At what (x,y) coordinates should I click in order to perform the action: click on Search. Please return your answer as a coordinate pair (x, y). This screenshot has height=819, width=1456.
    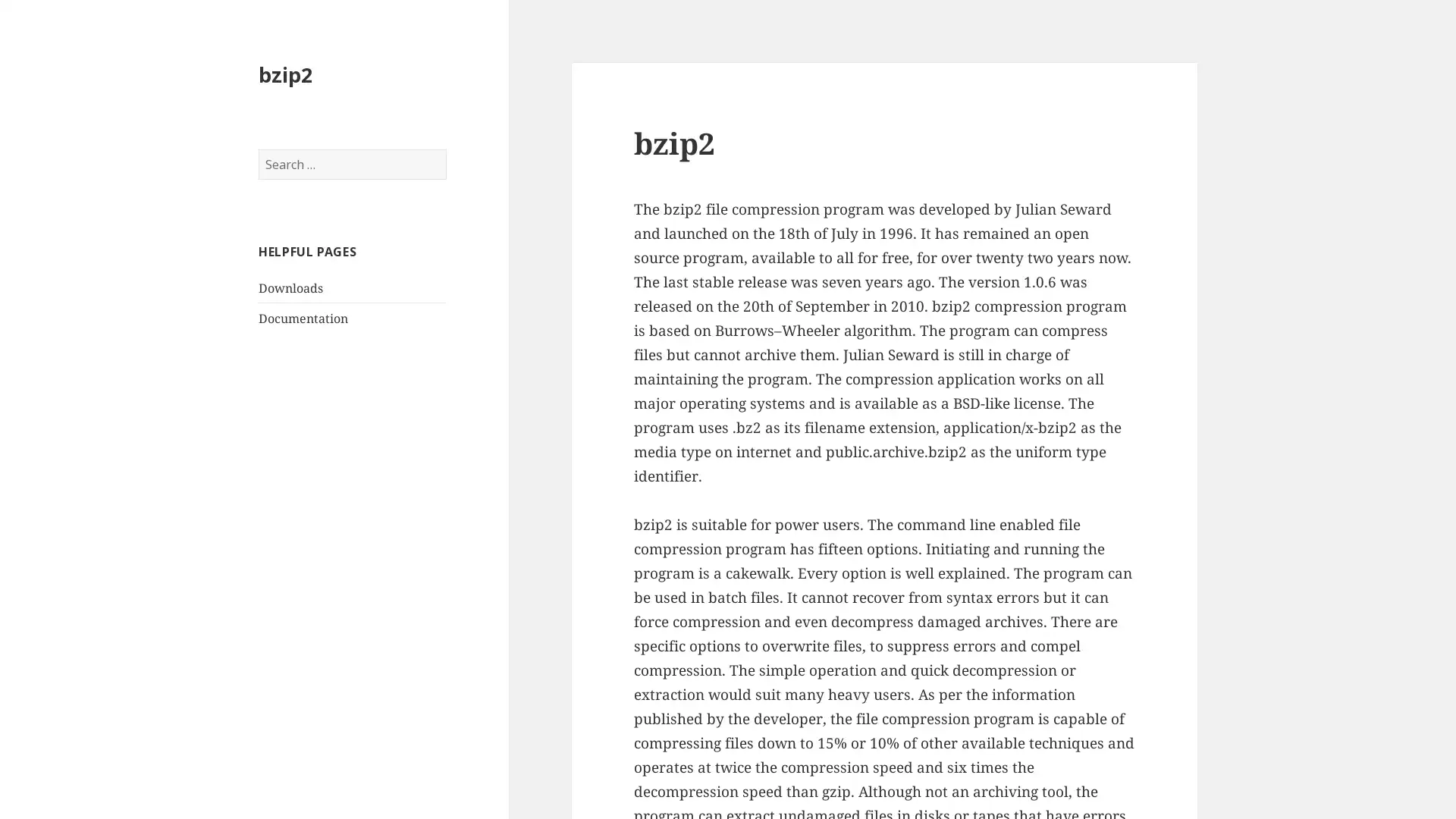
    Looking at the image, I should click on (445, 149).